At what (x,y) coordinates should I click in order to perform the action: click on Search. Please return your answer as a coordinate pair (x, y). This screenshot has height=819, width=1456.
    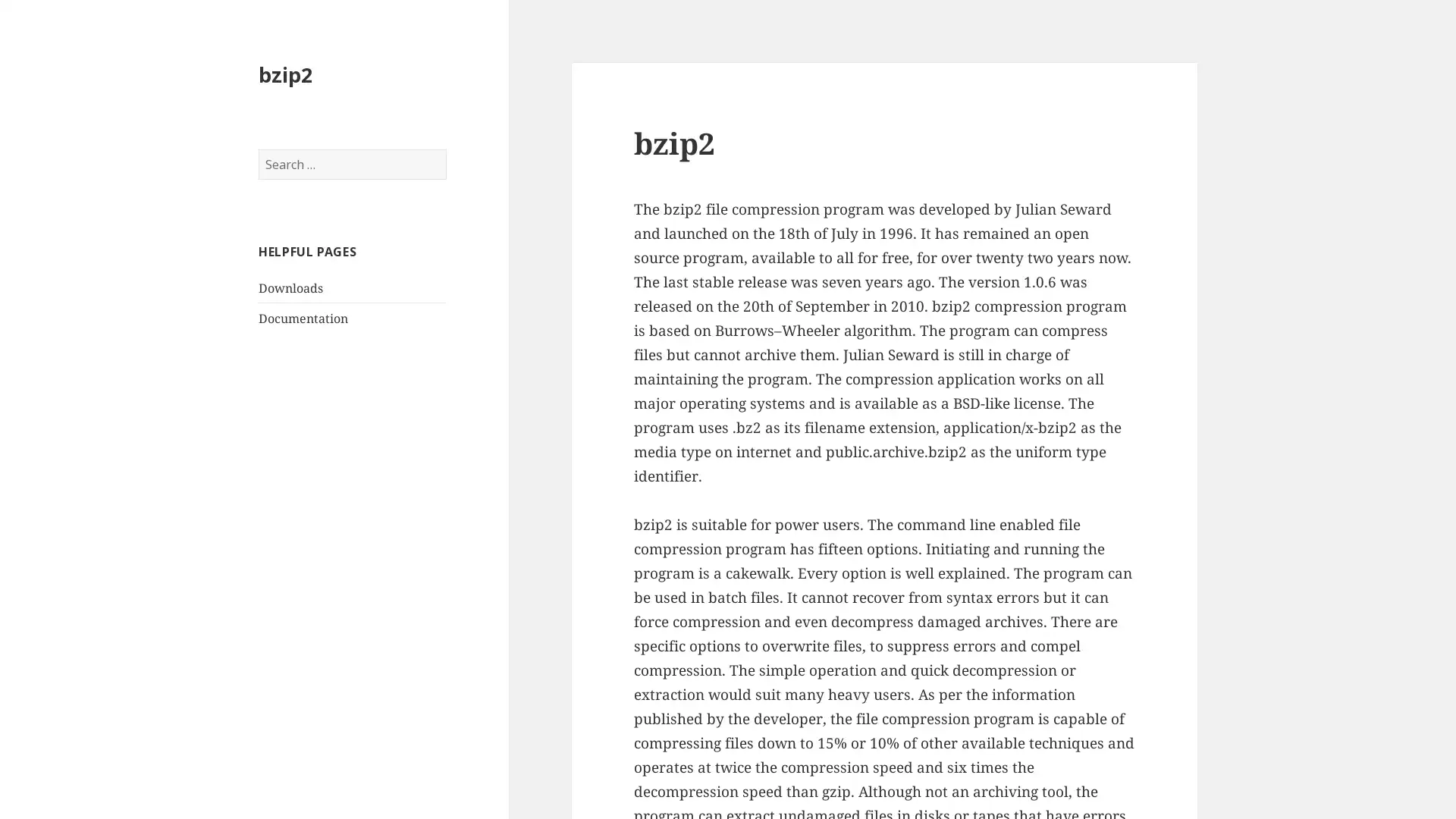
    Looking at the image, I should click on (445, 149).